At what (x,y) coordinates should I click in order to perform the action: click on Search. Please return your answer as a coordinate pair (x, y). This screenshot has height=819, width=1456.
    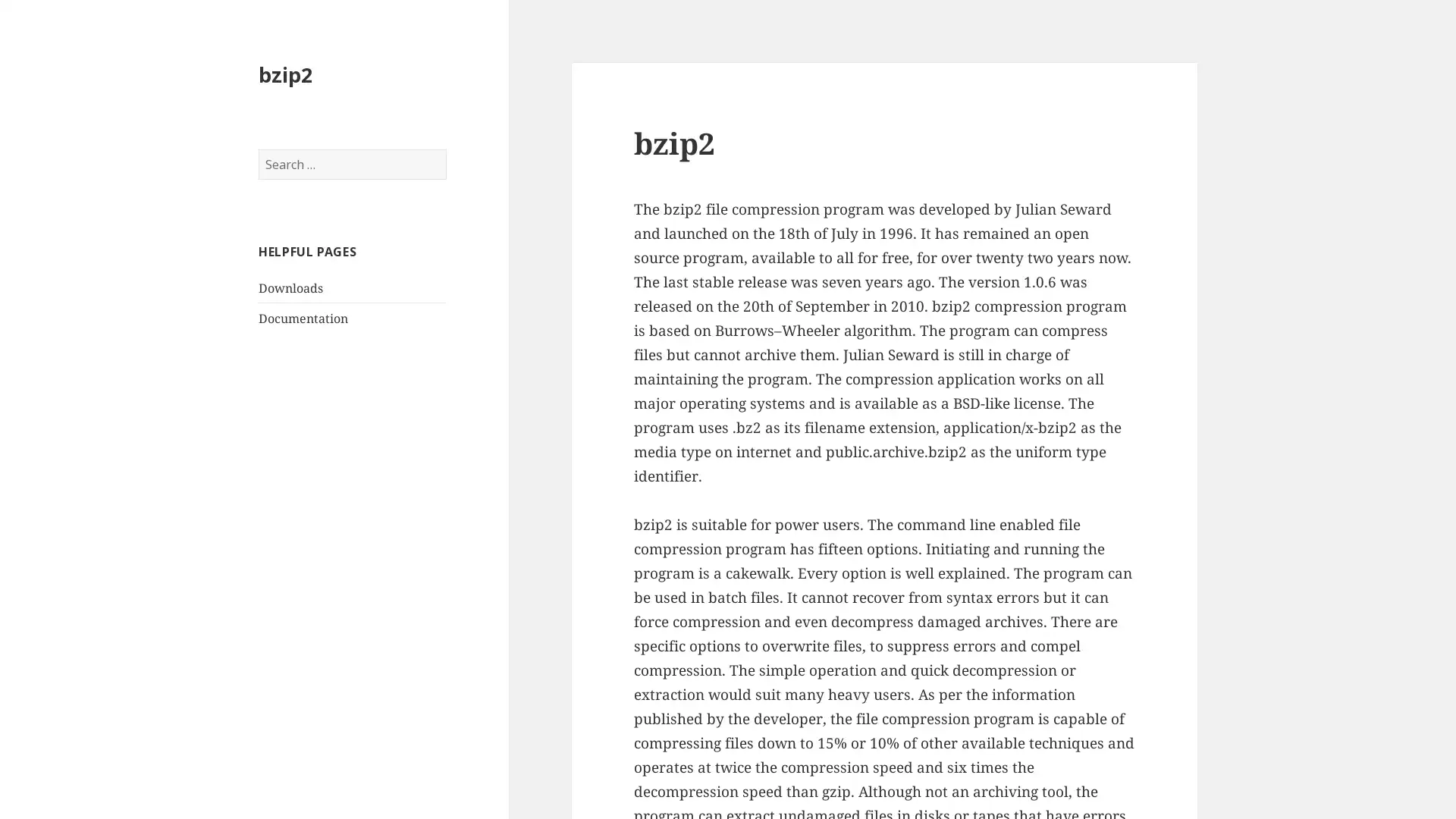
    Looking at the image, I should click on (445, 149).